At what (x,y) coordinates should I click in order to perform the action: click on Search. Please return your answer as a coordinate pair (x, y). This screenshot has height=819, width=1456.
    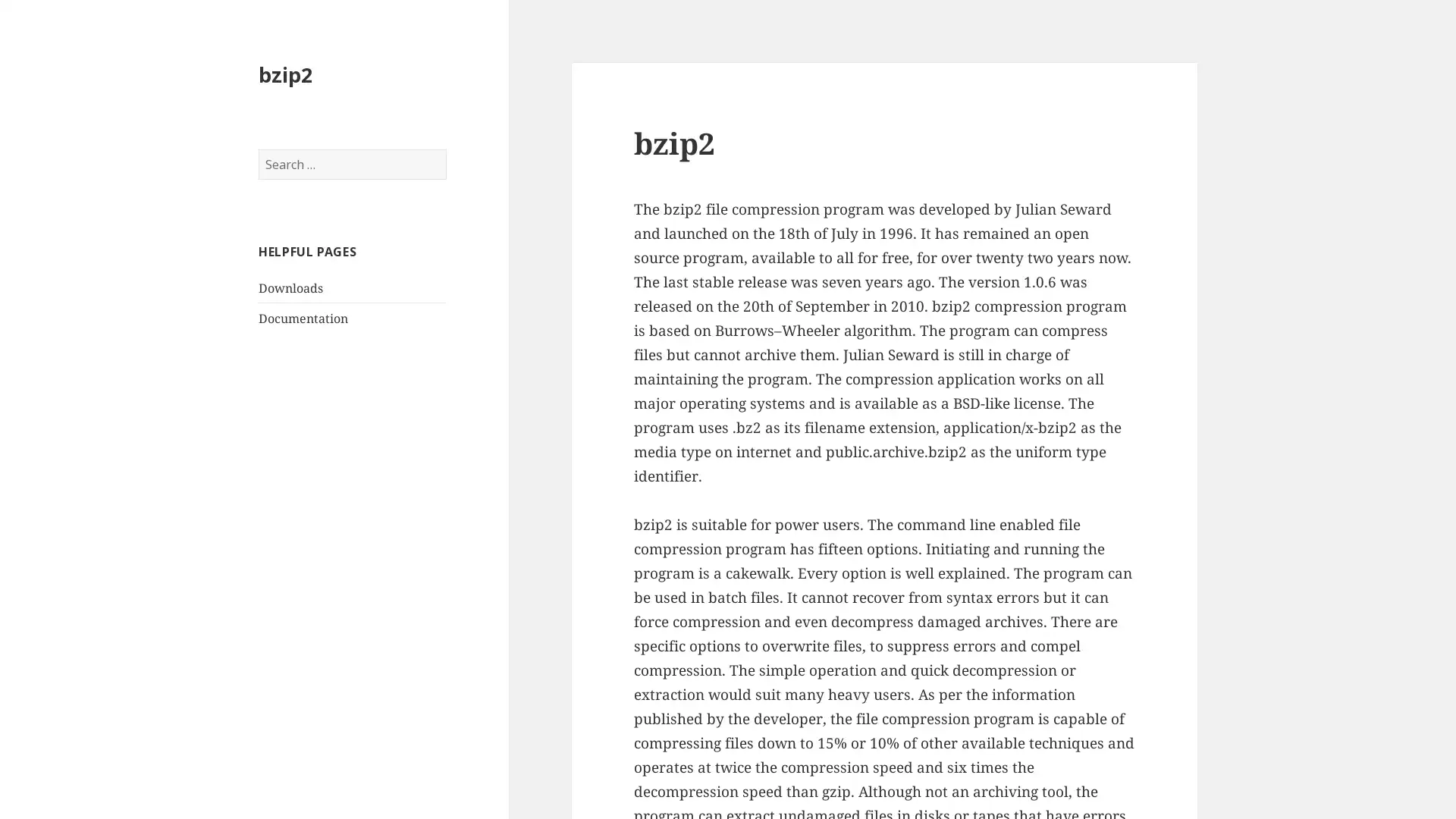
    Looking at the image, I should click on (445, 149).